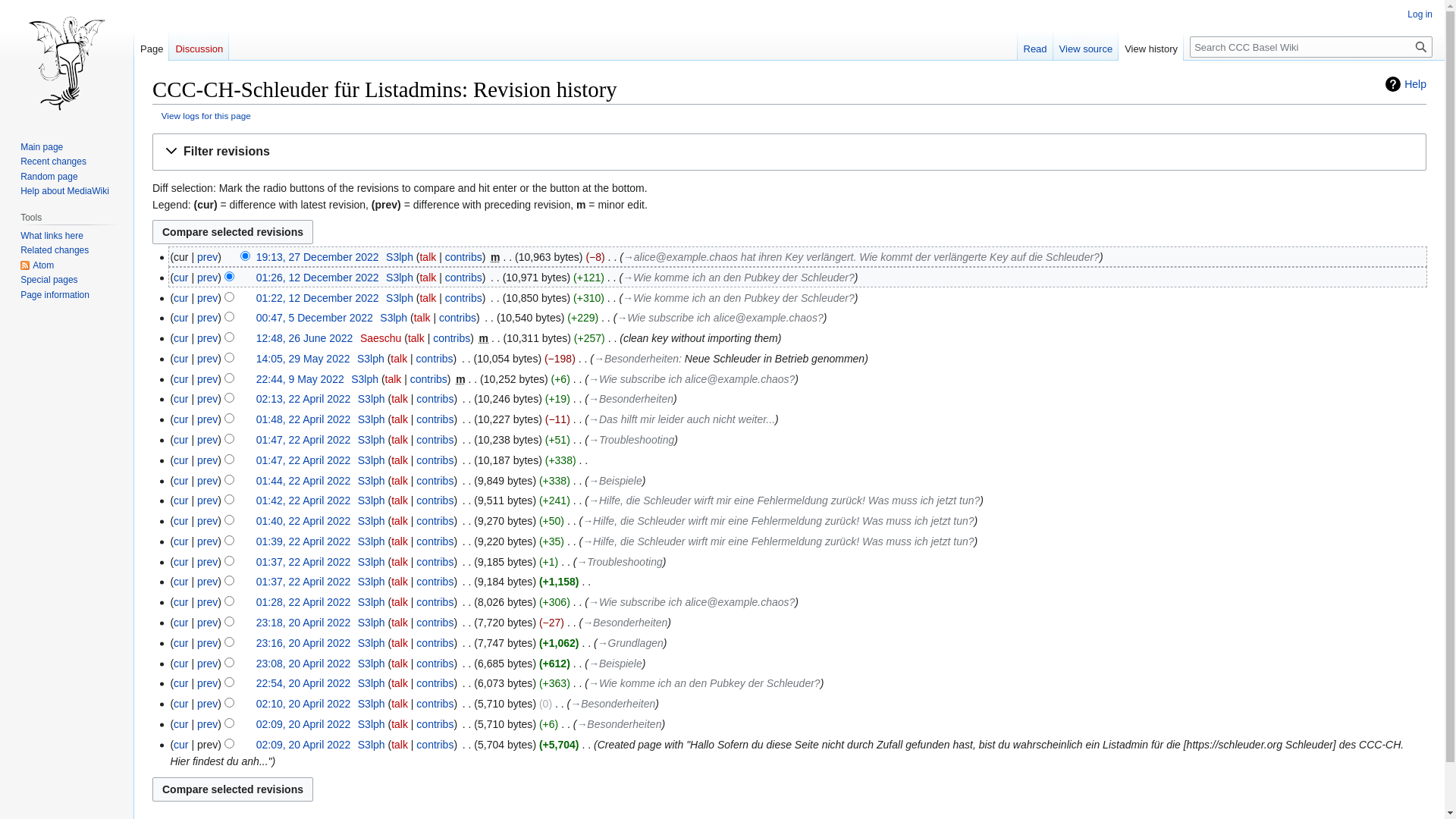 This screenshot has width=1456, height=819. What do you see at coordinates (463, 278) in the screenshot?
I see `'contribs'` at bounding box center [463, 278].